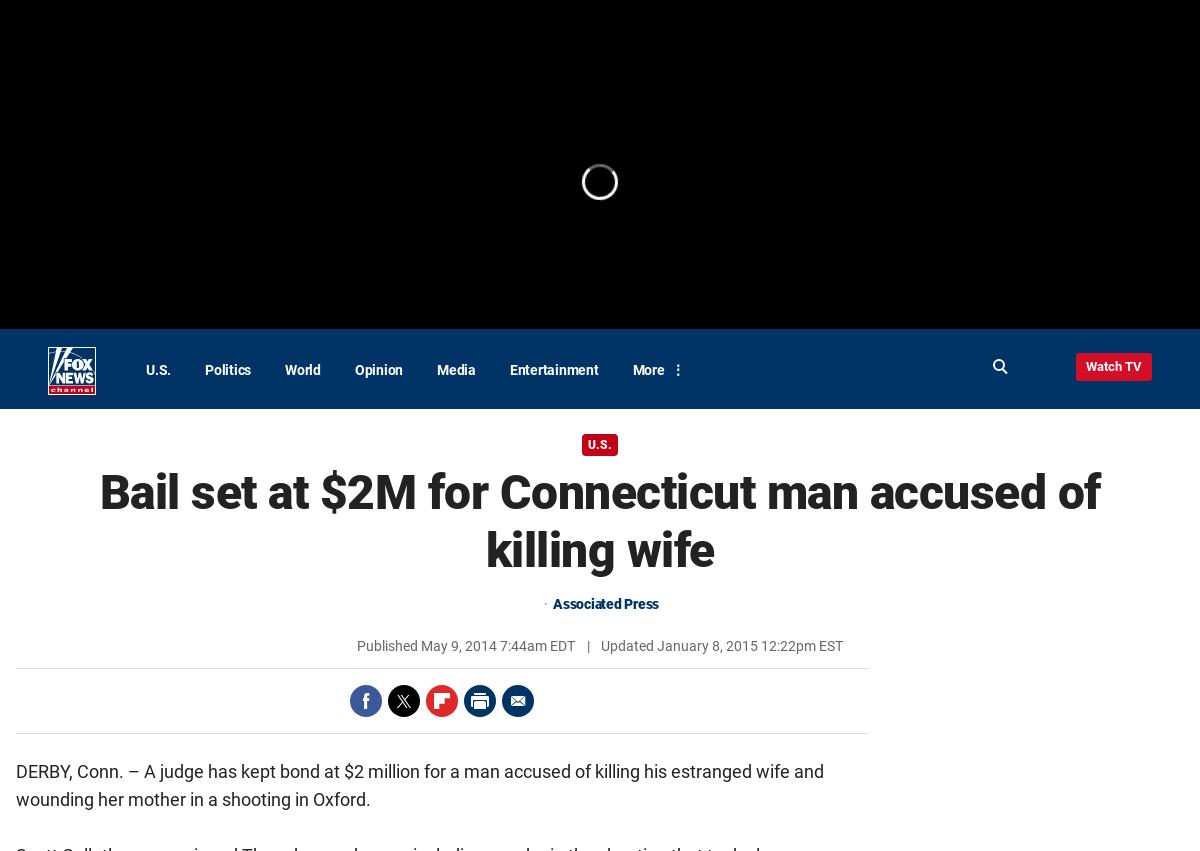  What do you see at coordinates (80, 771) in the screenshot?
I see `'DERBY, Conn. –'` at bounding box center [80, 771].